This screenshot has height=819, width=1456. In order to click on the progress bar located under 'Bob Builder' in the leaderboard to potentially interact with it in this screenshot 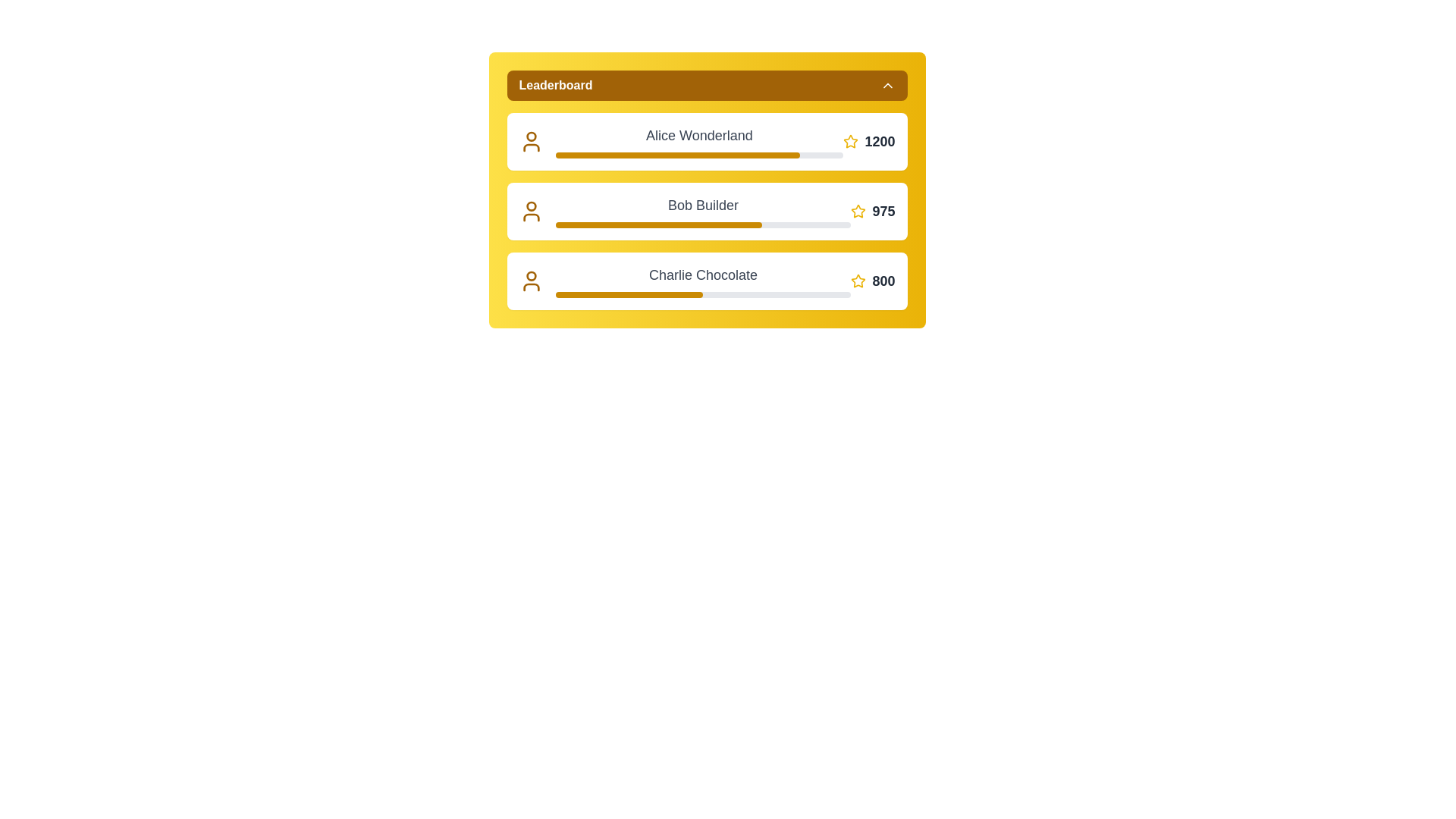, I will do `click(702, 225)`.